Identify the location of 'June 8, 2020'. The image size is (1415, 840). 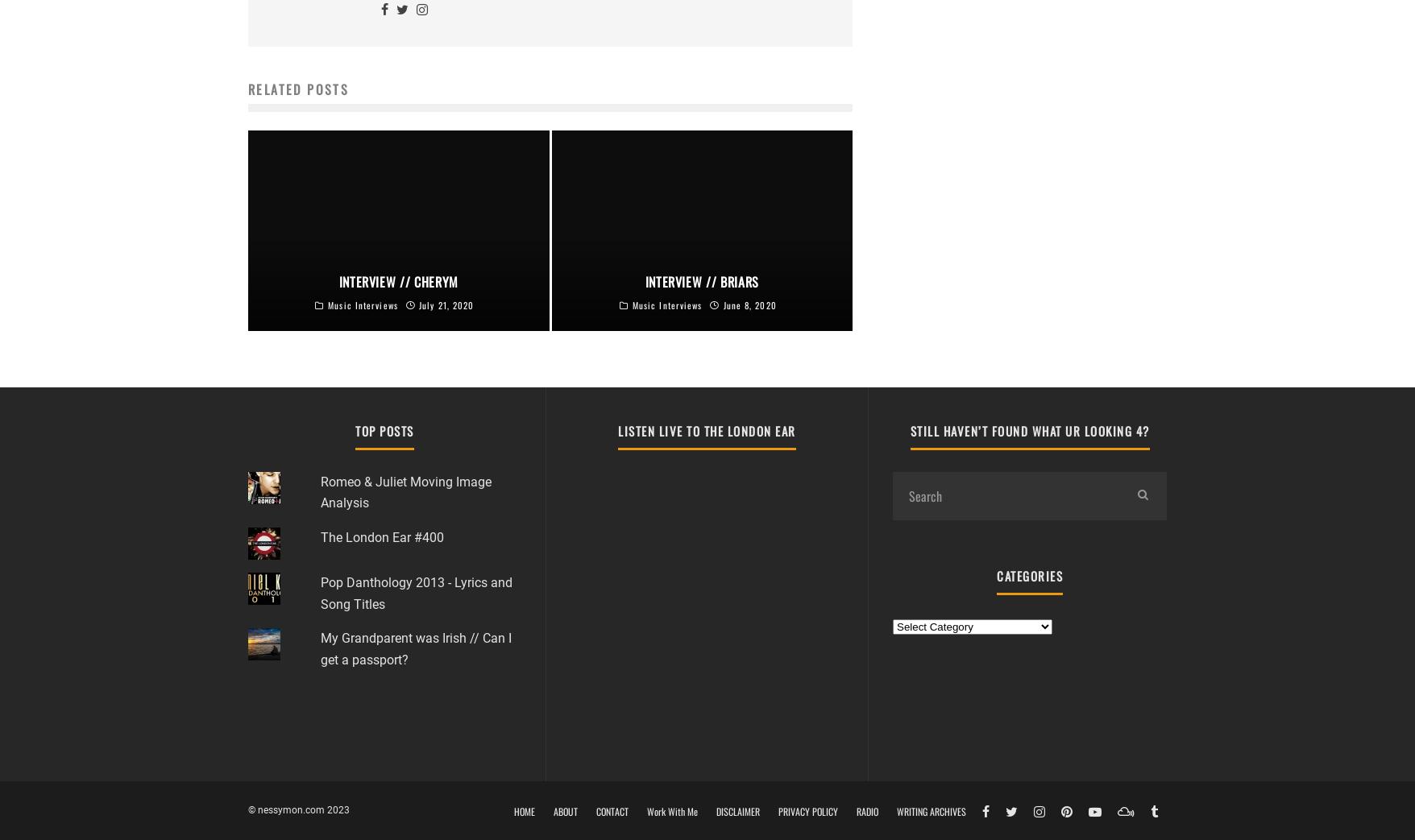
(749, 304).